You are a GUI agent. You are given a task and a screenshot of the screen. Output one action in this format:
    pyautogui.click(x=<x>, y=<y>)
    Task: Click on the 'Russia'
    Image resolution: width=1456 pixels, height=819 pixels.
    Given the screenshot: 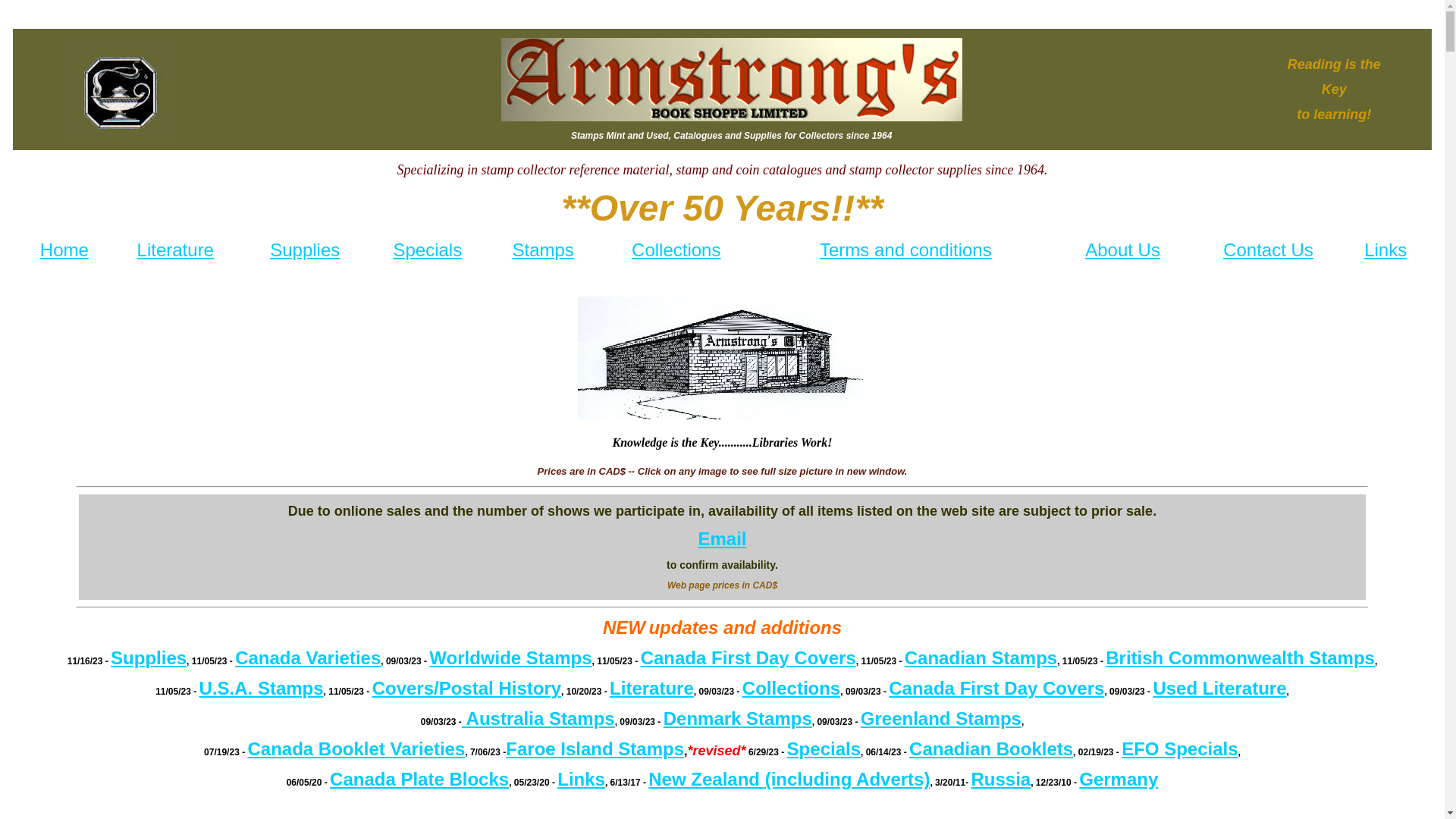 What is the action you would take?
    pyautogui.click(x=971, y=779)
    